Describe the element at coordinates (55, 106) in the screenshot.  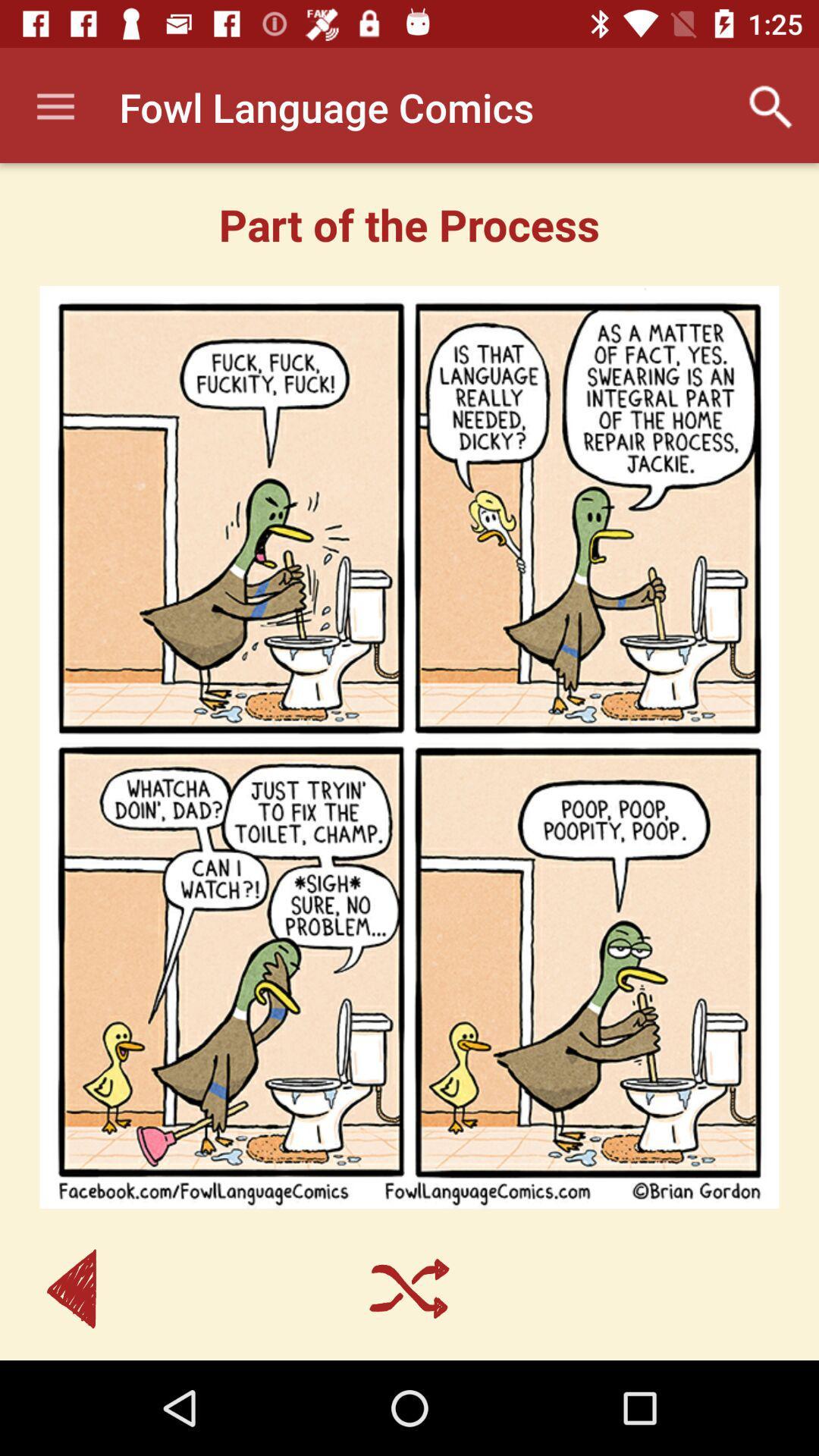
I see `app to the left of fowl language comics item` at that location.